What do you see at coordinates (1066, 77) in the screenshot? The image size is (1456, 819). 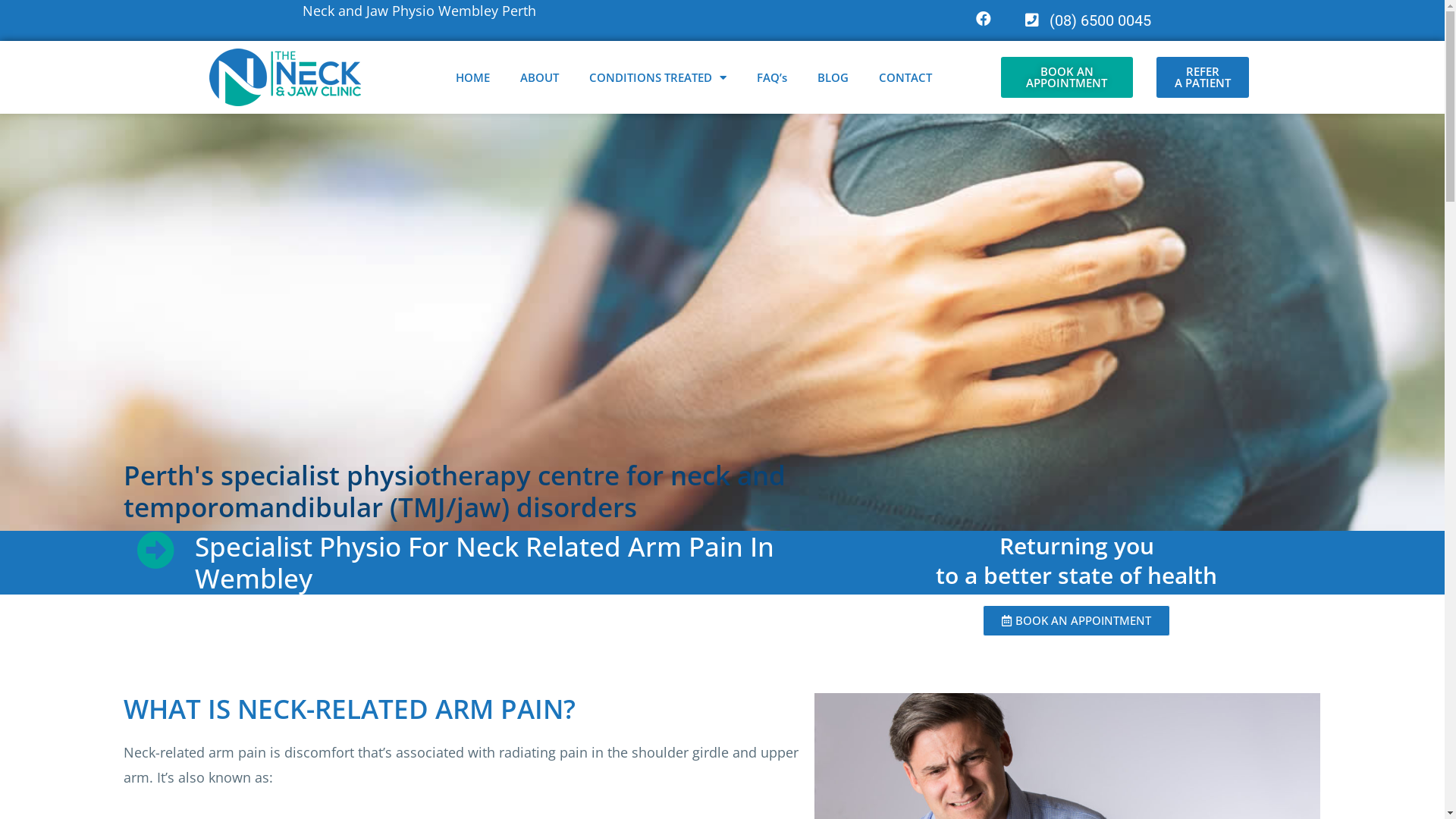 I see `'BOOK AN APPOINTMENT'` at bounding box center [1066, 77].